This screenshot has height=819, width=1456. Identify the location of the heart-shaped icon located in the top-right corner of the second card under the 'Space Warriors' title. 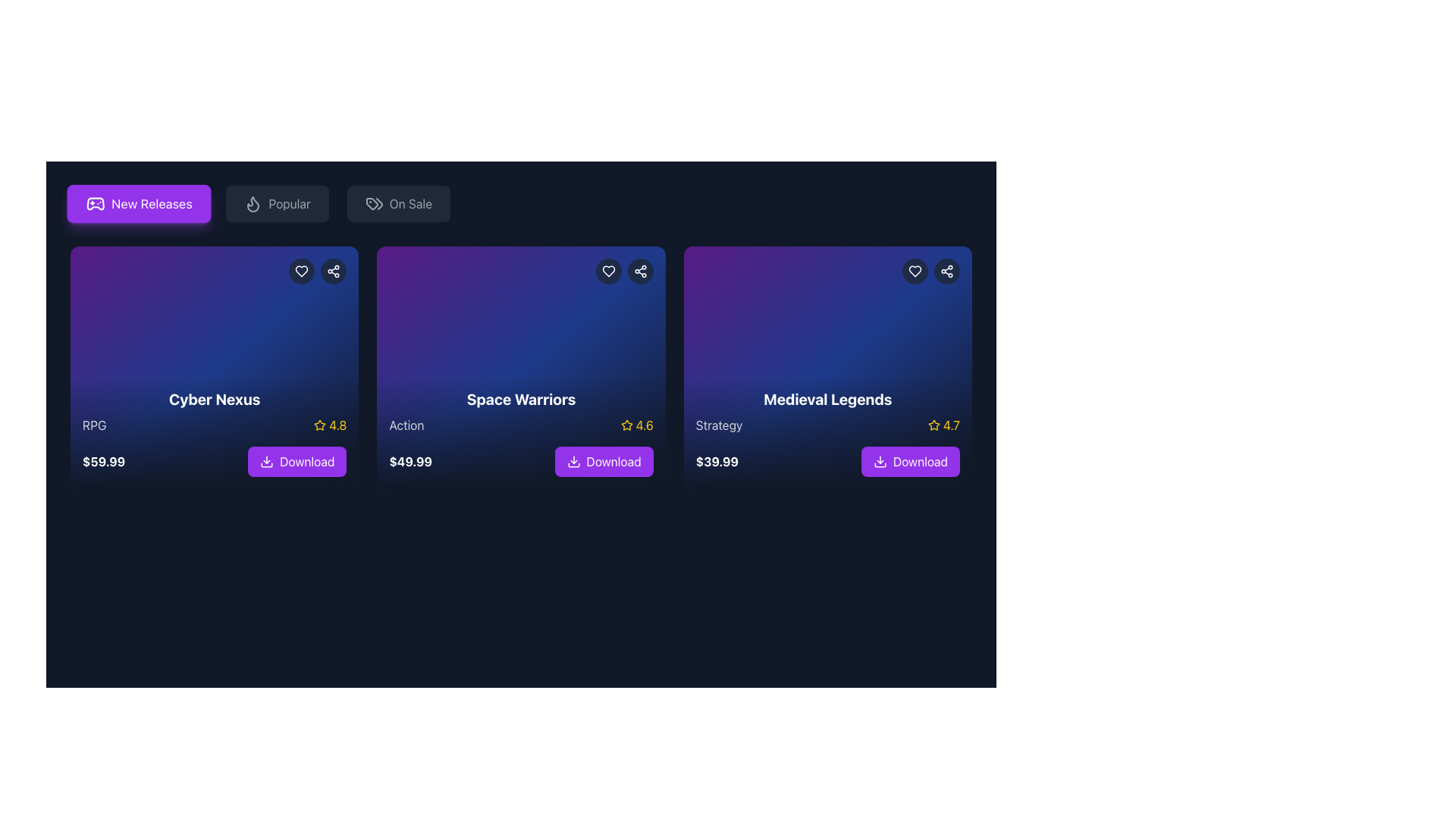
(608, 271).